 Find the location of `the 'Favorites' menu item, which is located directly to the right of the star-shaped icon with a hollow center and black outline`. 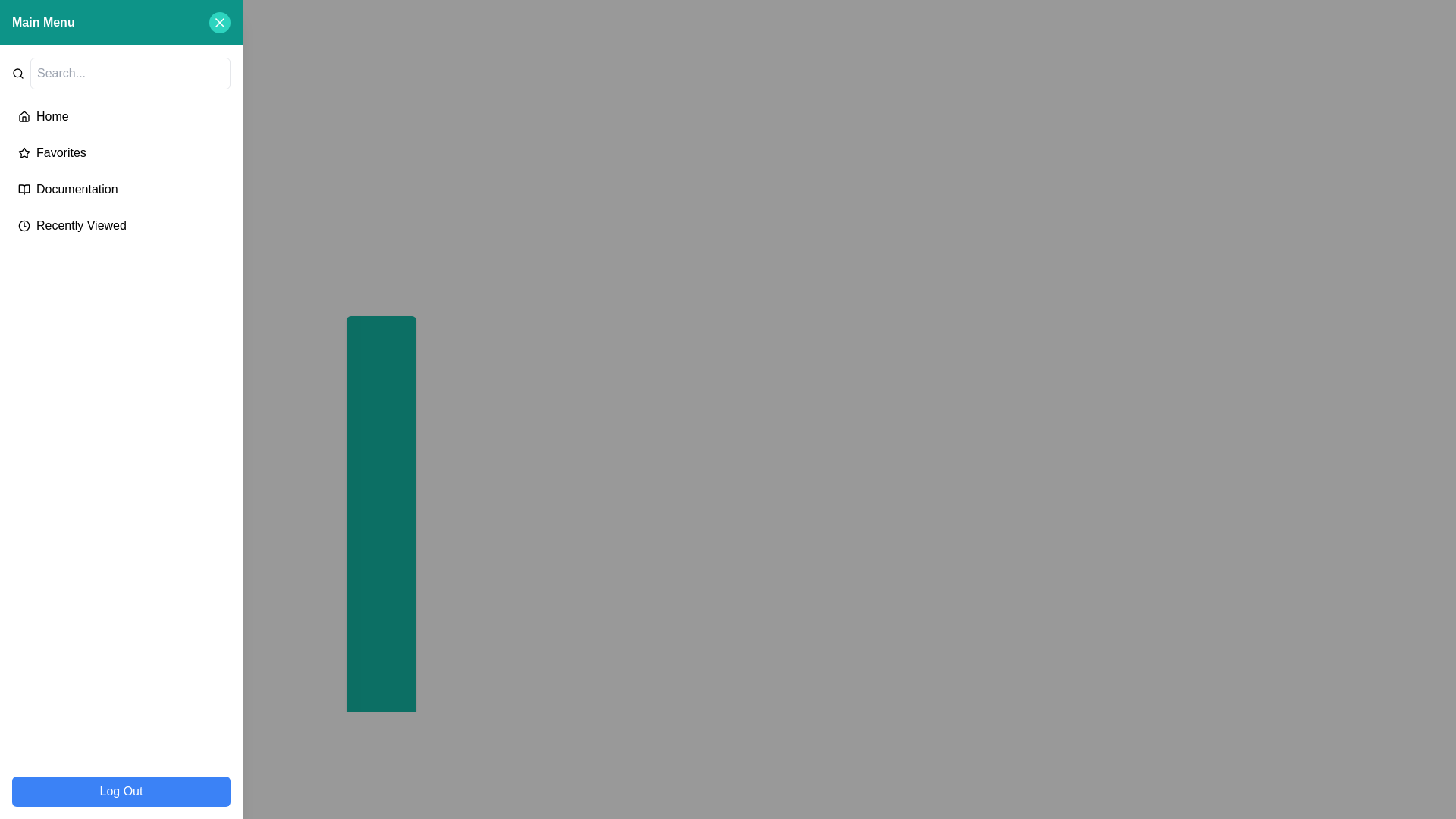

the 'Favorites' menu item, which is located directly to the right of the star-shaped icon with a hollow center and black outline is located at coordinates (24, 152).